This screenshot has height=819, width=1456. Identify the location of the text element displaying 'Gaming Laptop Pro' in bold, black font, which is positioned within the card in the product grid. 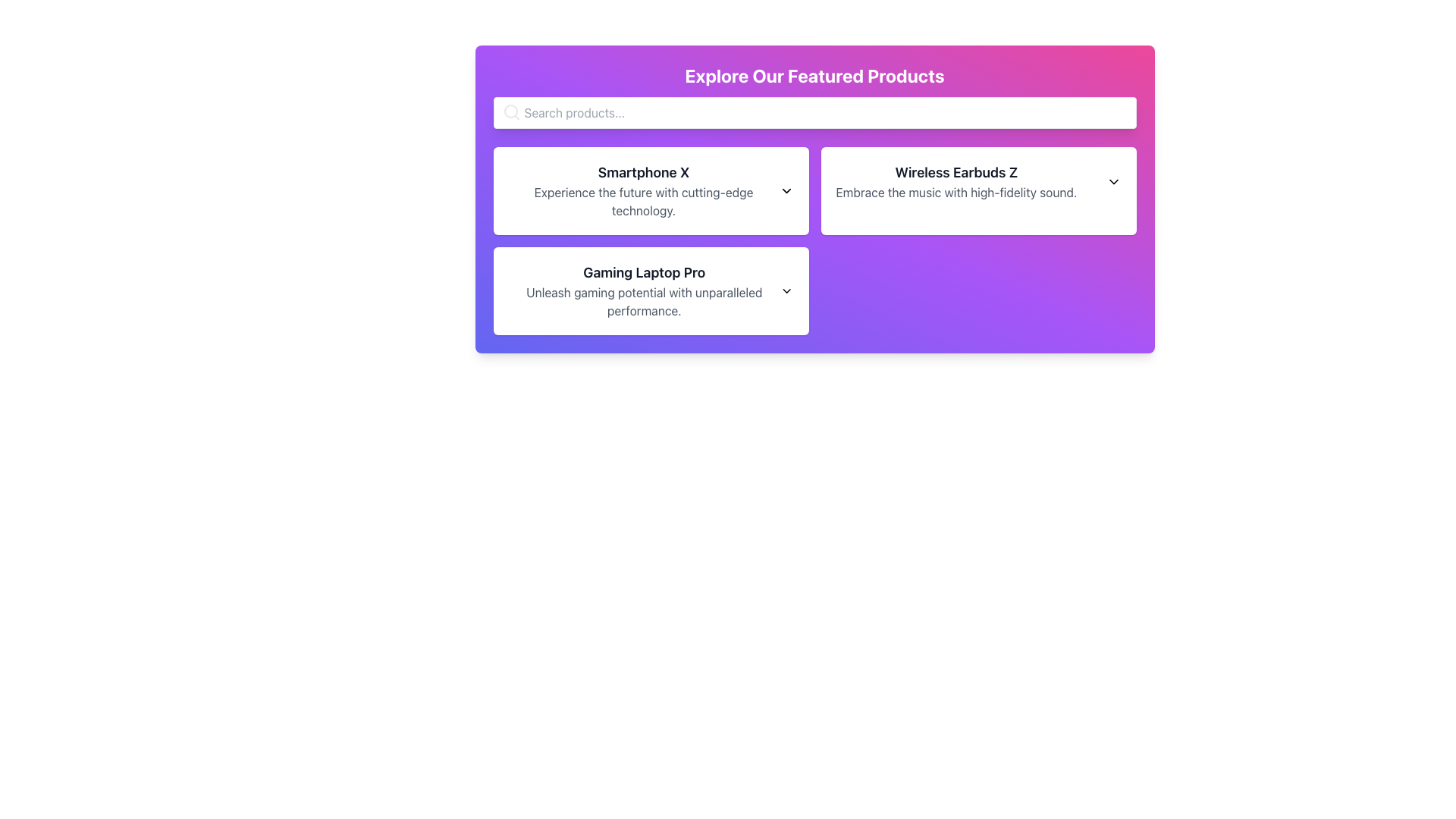
(644, 271).